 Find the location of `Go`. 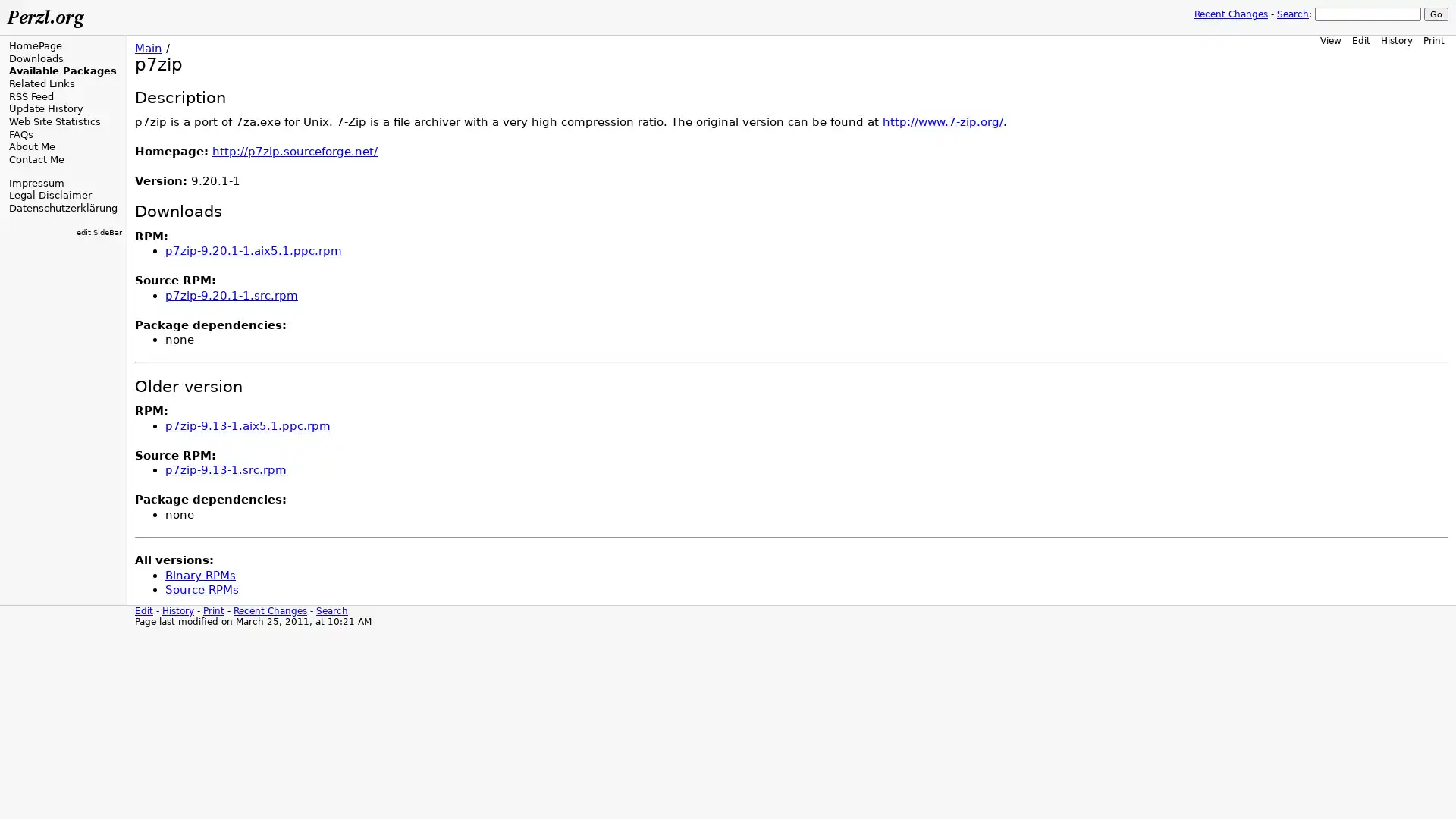

Go is located at coordinates (1436, 14).